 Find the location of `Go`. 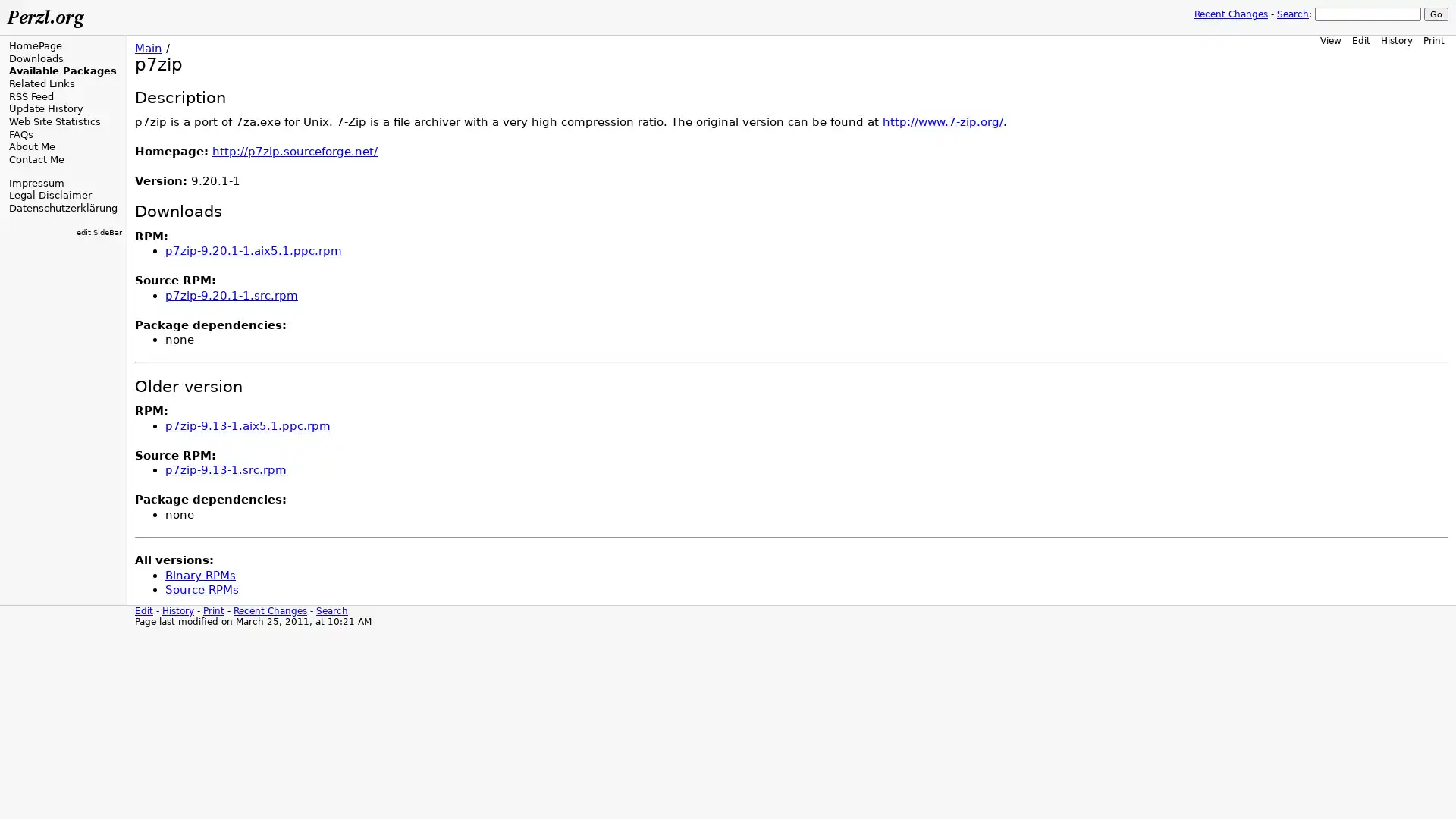

Go is located at coordinates (1436, 14).